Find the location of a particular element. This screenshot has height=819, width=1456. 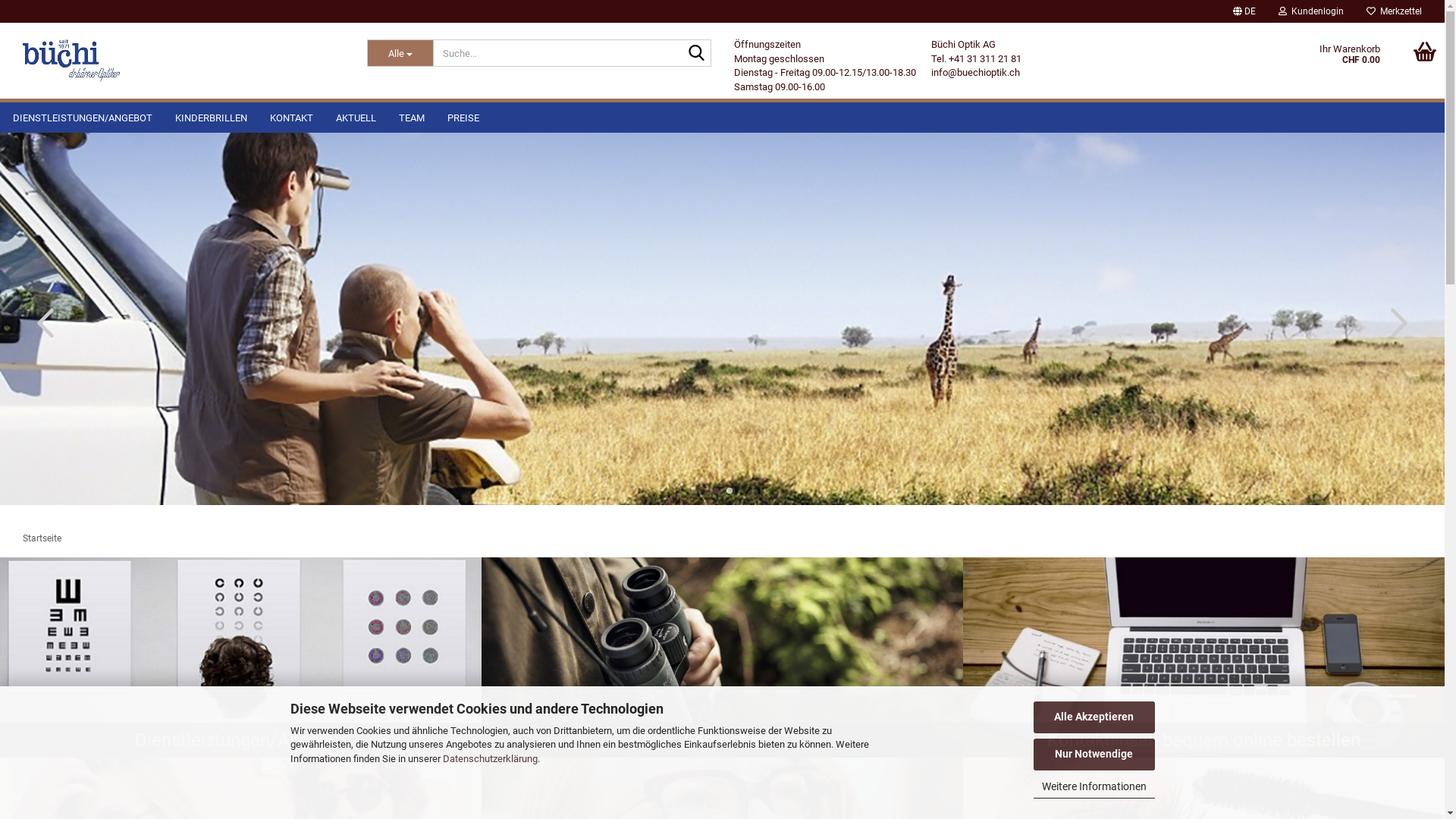

' Merkzettel' is located at coordinates (1394, 11).